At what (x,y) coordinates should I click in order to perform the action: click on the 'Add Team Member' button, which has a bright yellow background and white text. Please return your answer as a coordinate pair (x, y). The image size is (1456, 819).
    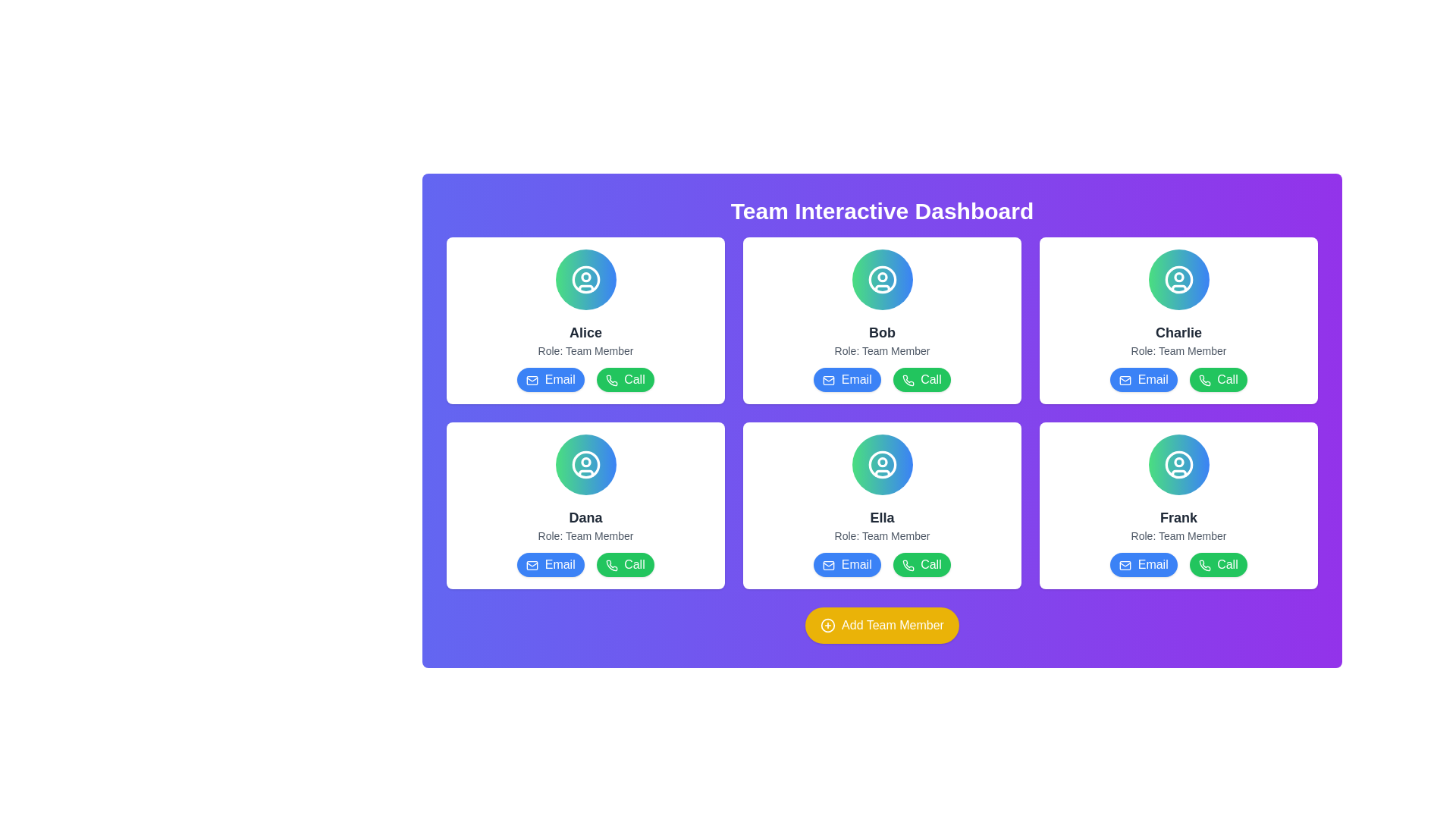
    Looking at the image, I should click on (882, 626).